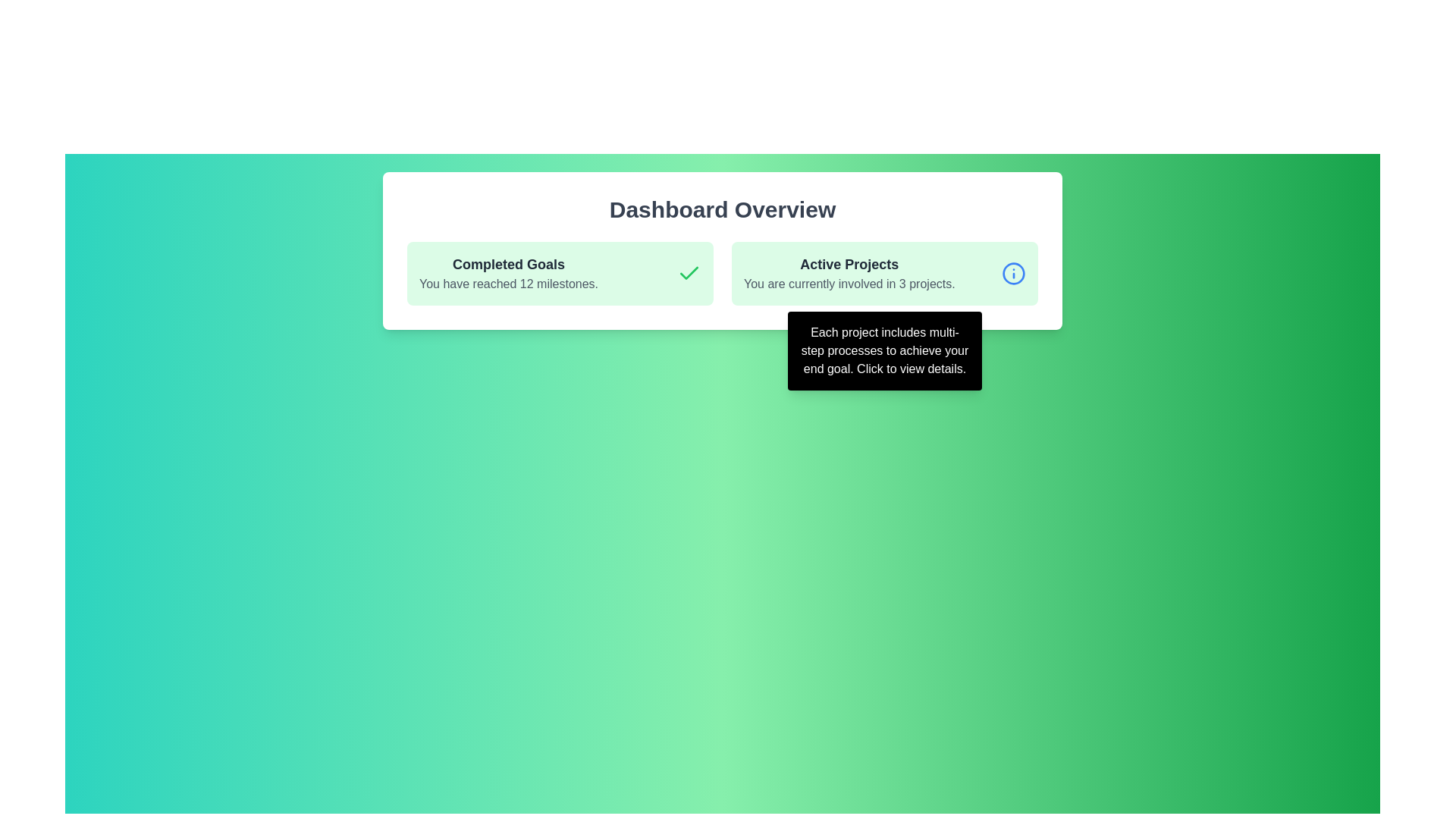 The height and width of the screenshot is (819, 1456). What do you see at coordinates (1014, 274) in the screenshot?
I see `the circular blue information icon with the letter 'i'` at bounding box center [1014, 274].